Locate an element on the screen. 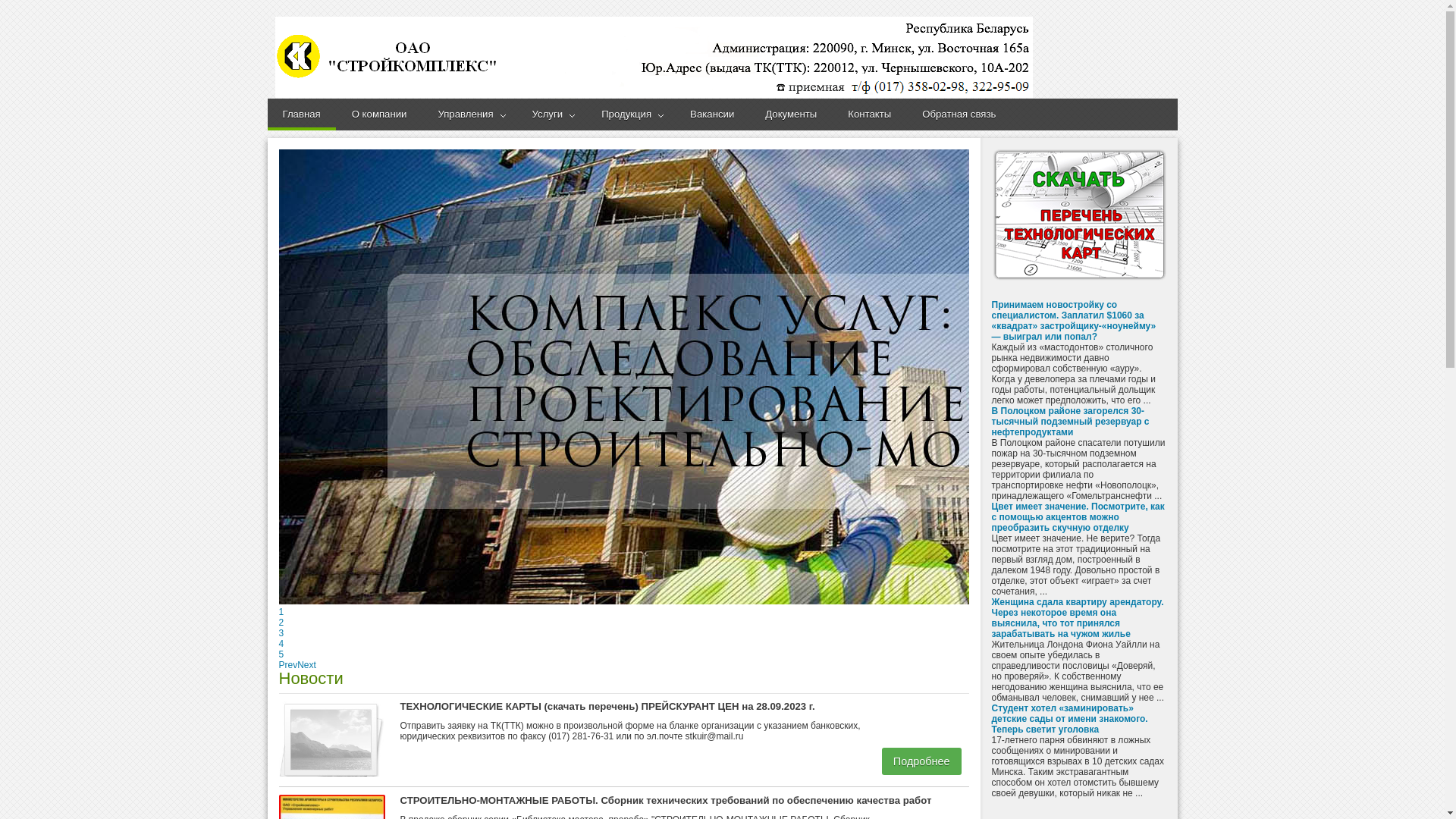 Image resolution: width=1456 pixels, height=819 pixels. '5' is located at coordinates (281, 654).